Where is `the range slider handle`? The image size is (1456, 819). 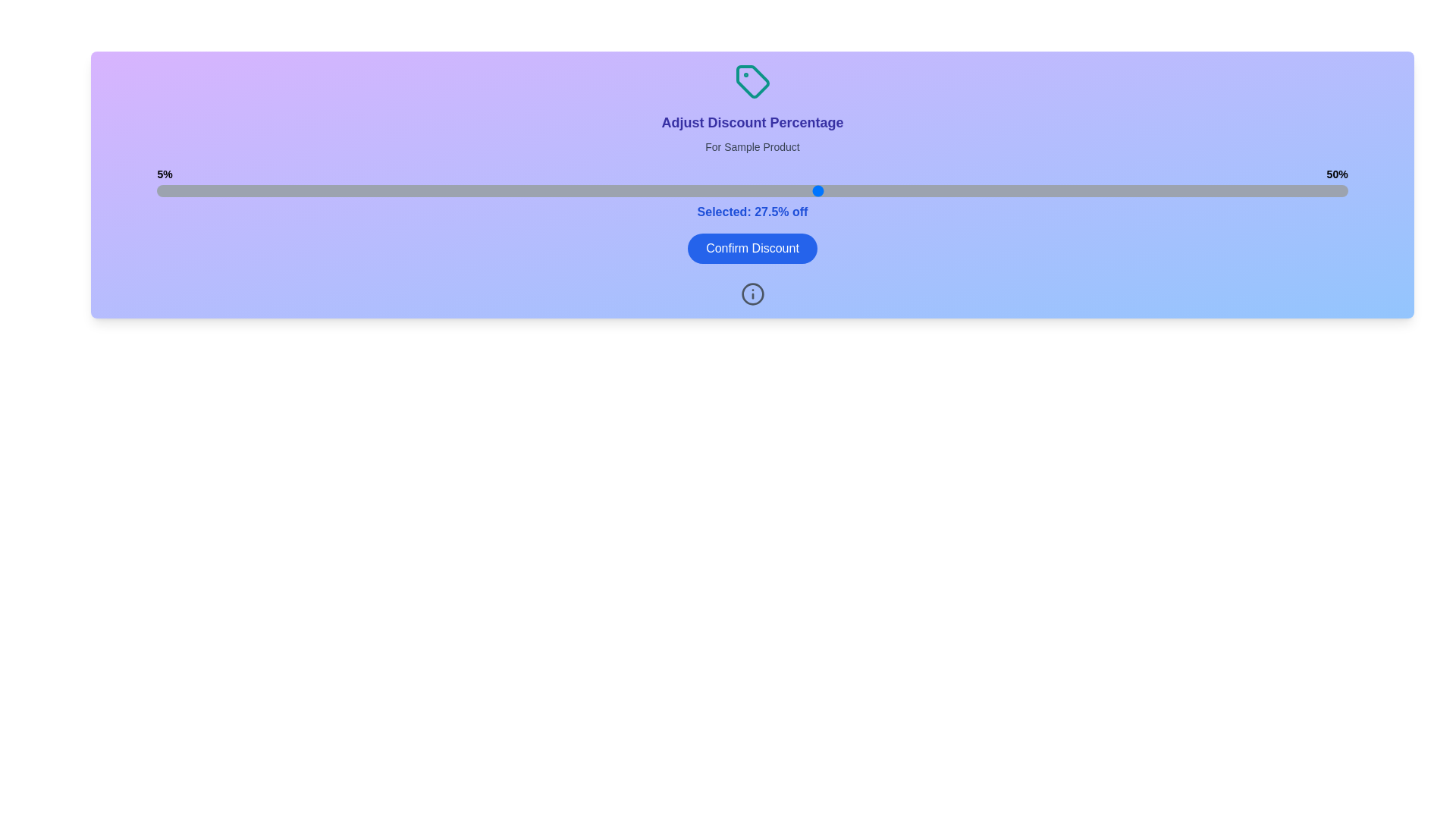 the range slider handle is located at coordinates (752, 190).